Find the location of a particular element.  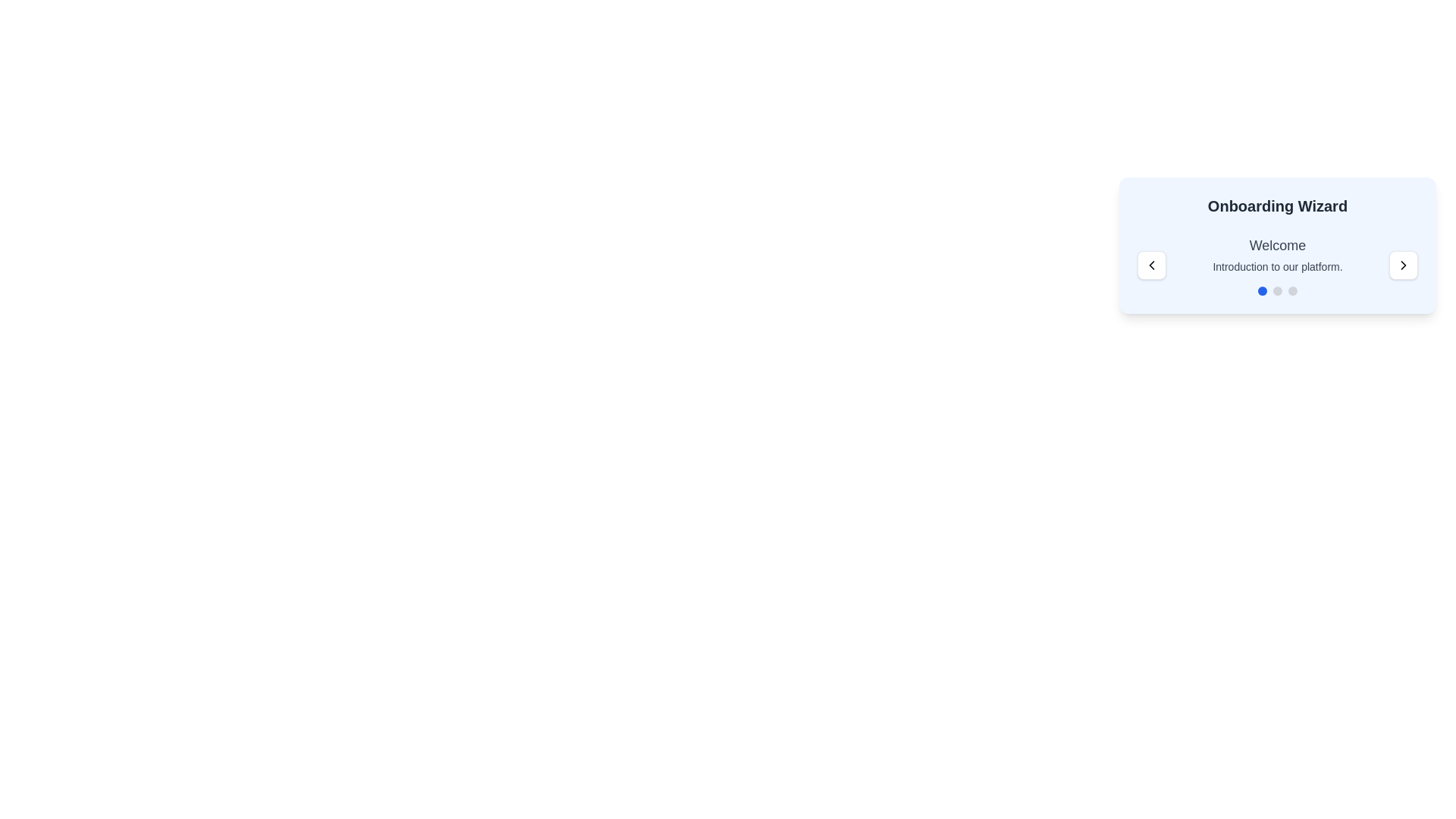

introductory text displayed in the light blue rounded rectangle section below the 'Onboarding Wizard' title, which includes the bold 'Welcome' line and the smaller subtitle 'Introduction to our platform.' is located at coordinates (1276, 265).